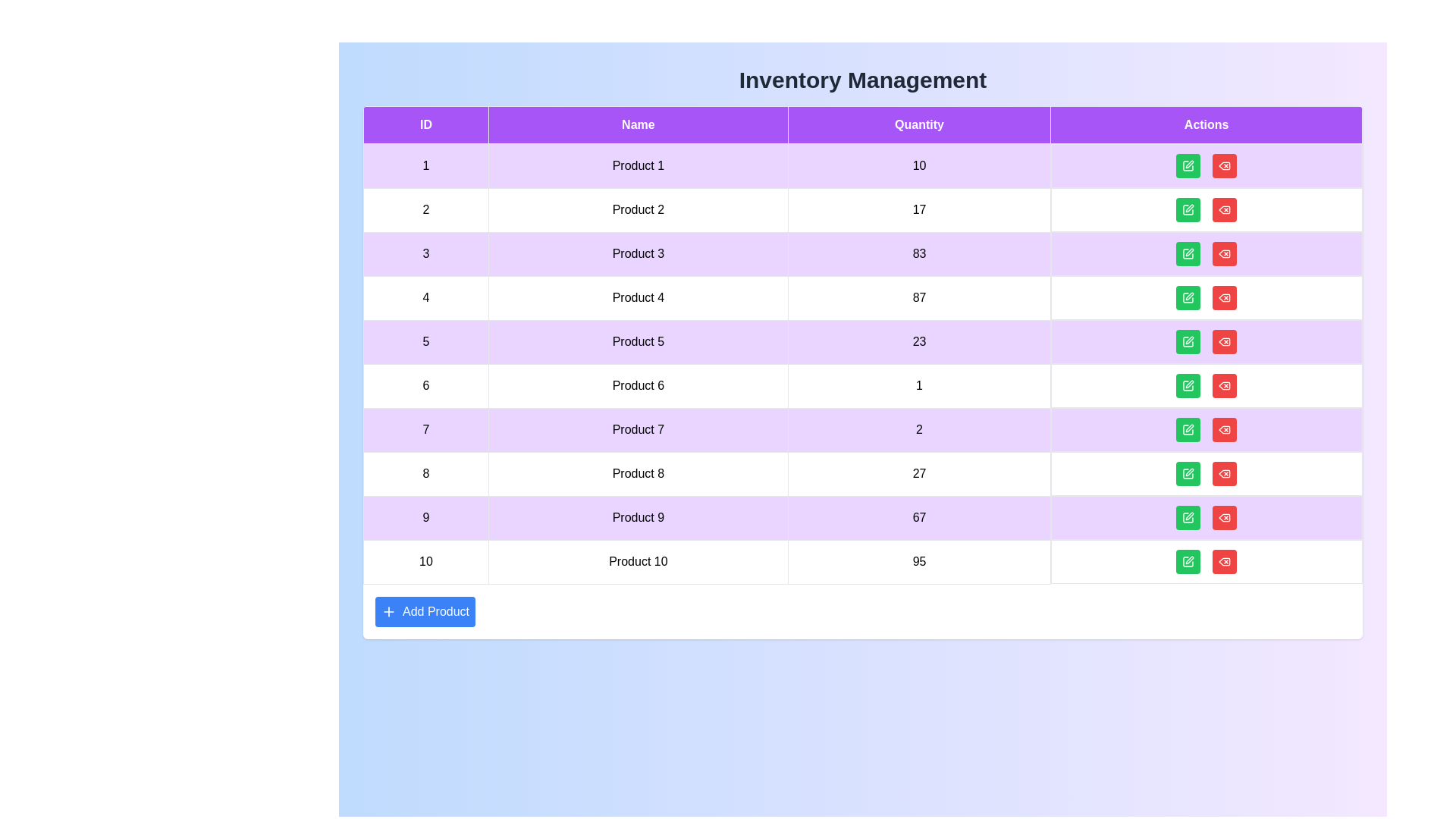  Describe the element at coordinates (919, 124) in the screenshot. I see `the header of the column Quantity to sort the table by that column` at that location.